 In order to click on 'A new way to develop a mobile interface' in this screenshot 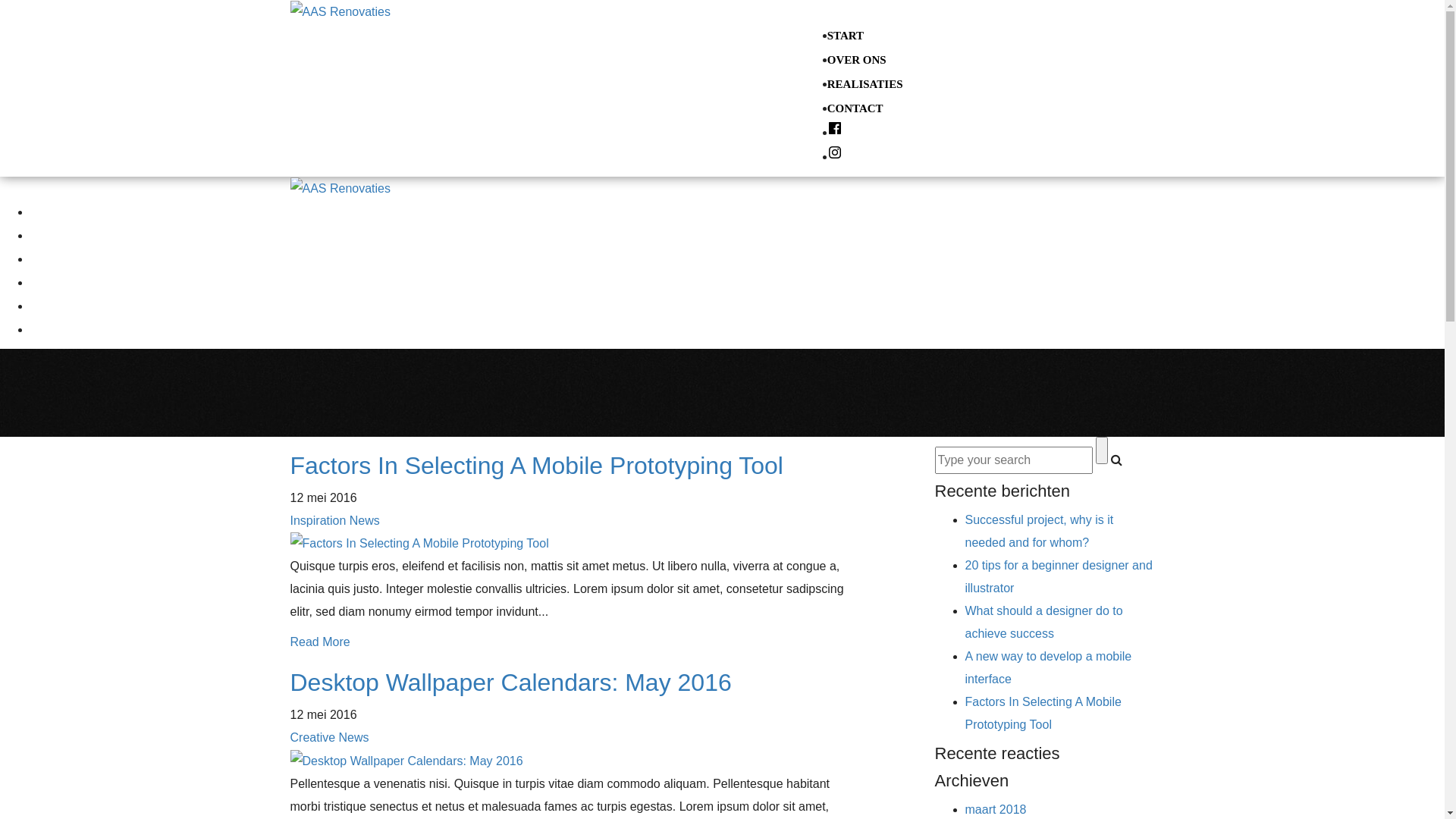, I will do `click(1047, 667)`.